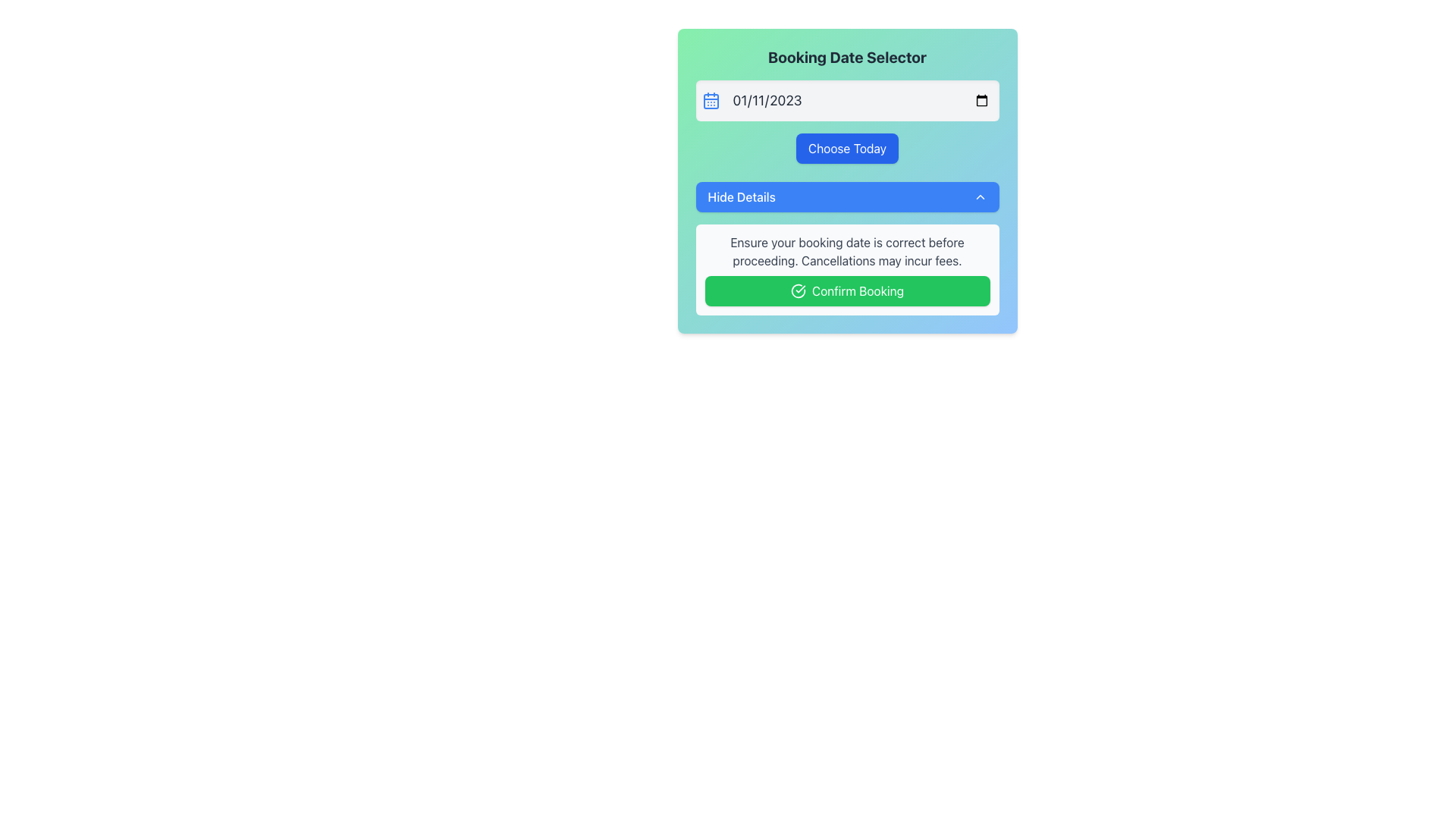 The image size is (1456, 819). Describe the element at coordinates (846, 291) in the screenshot. I see `the green 'Confirm Booking' button with a checkmark icon to confirm the booking` at that location.